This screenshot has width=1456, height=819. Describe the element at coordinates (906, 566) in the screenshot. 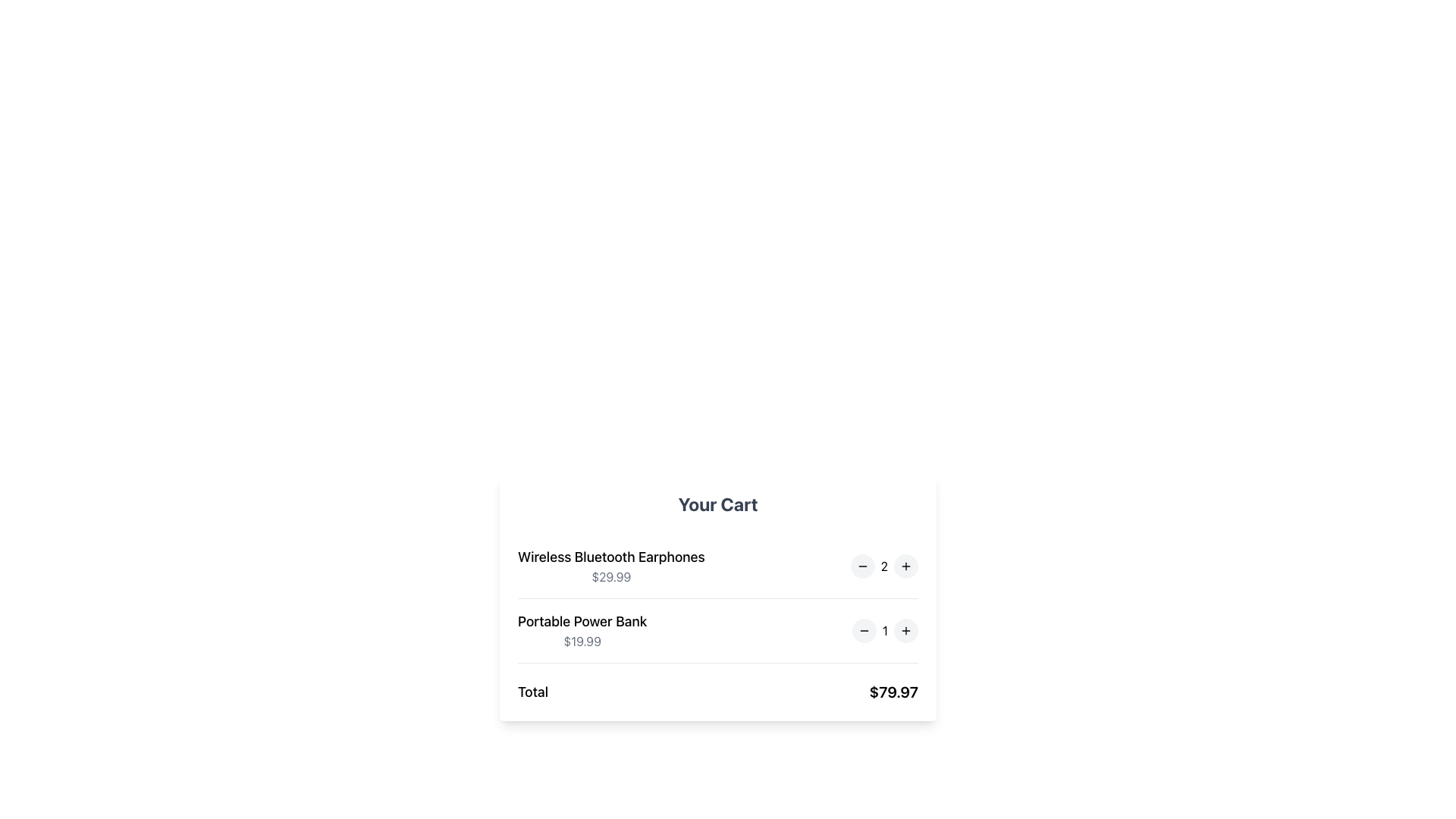

I see `the button to increase the quantity of the item 'Wireless Bluetooth Earphones' located on the right side of the first row in the cart section` at that location.